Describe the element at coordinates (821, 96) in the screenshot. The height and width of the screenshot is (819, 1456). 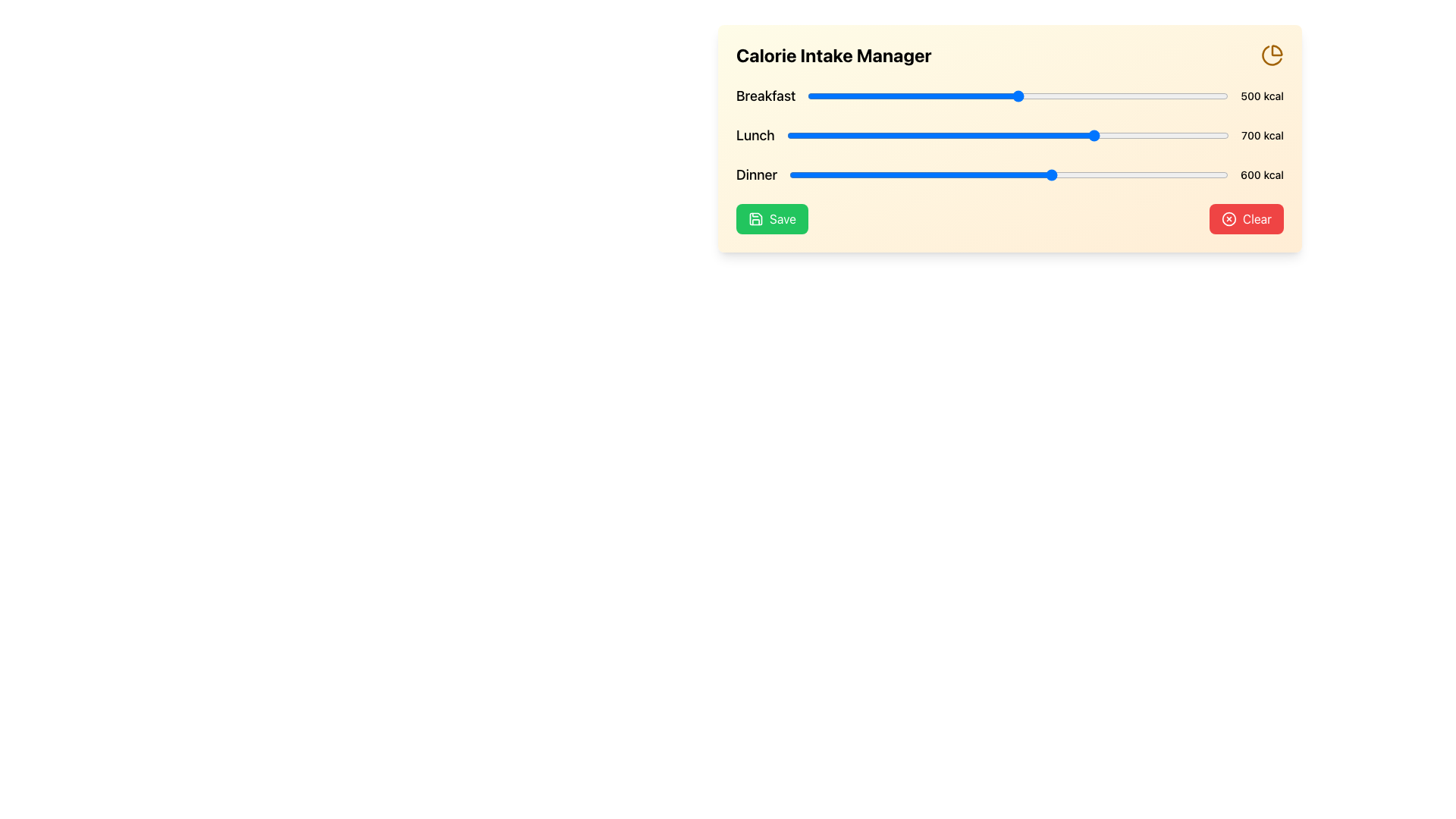
I see `the breakfast calorie intake` at that location.